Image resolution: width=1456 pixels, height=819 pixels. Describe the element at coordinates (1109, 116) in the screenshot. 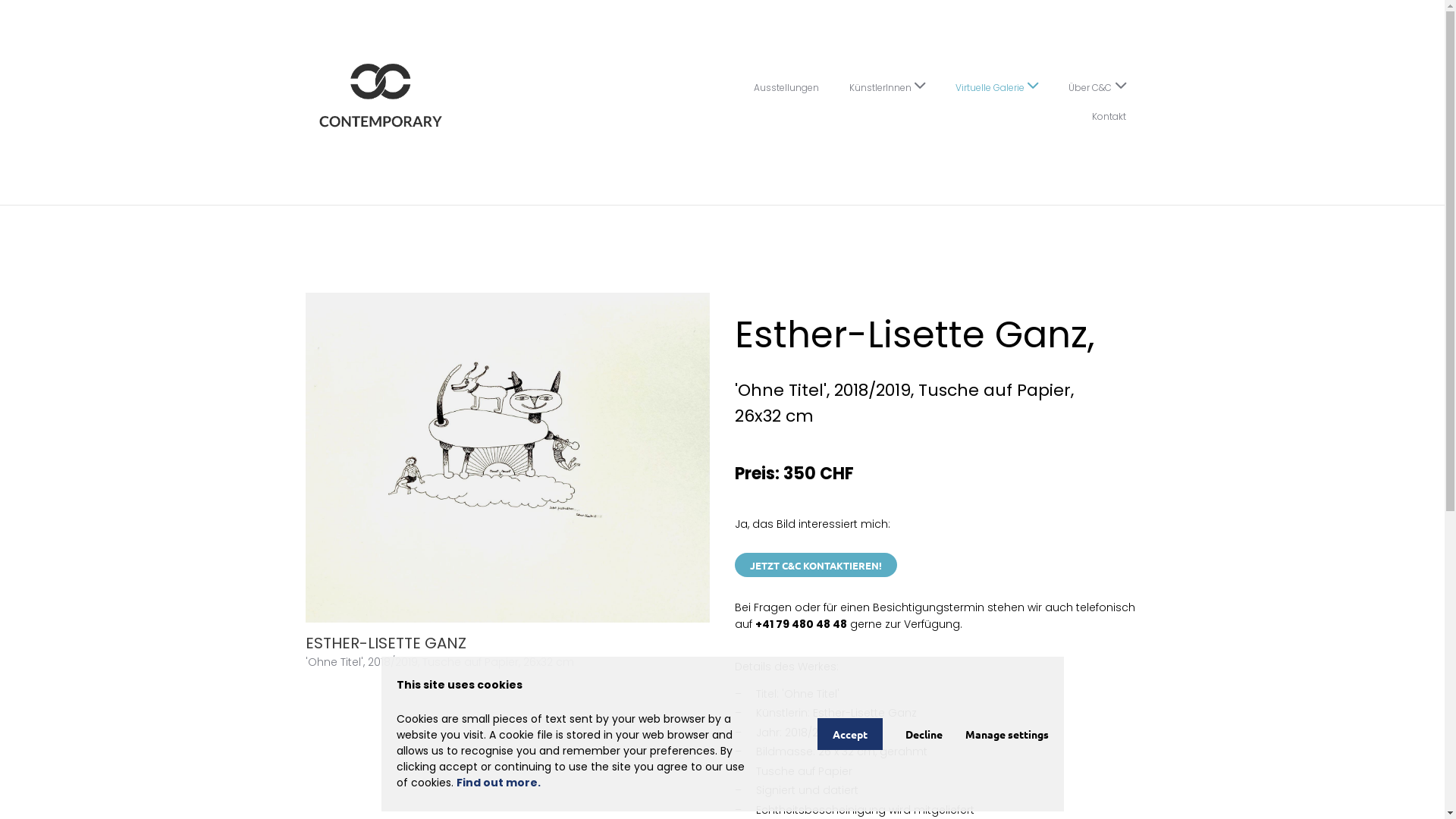

I see `'Kontakt'` at that location.